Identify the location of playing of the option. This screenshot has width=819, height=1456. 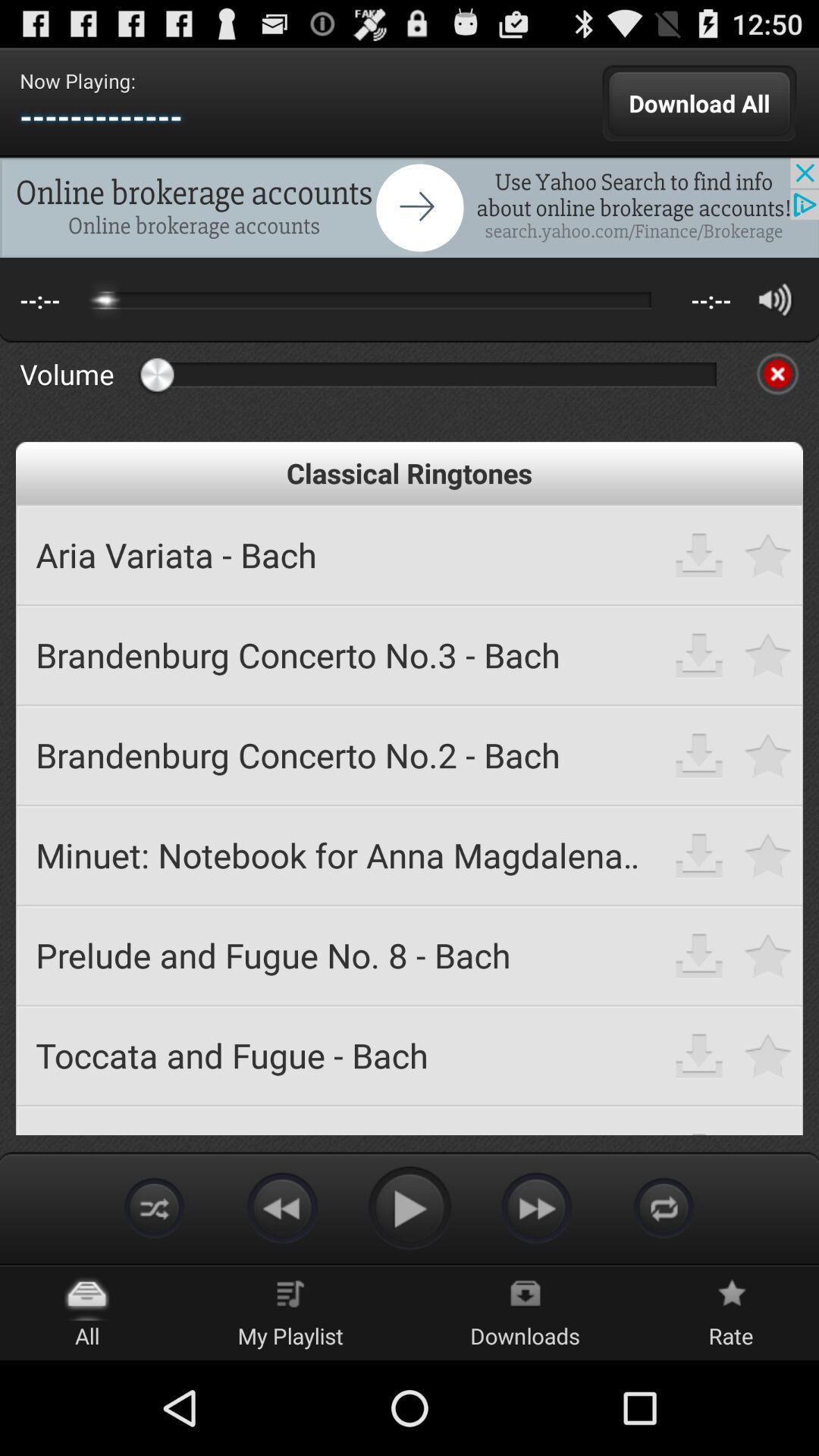
(409, 1207).